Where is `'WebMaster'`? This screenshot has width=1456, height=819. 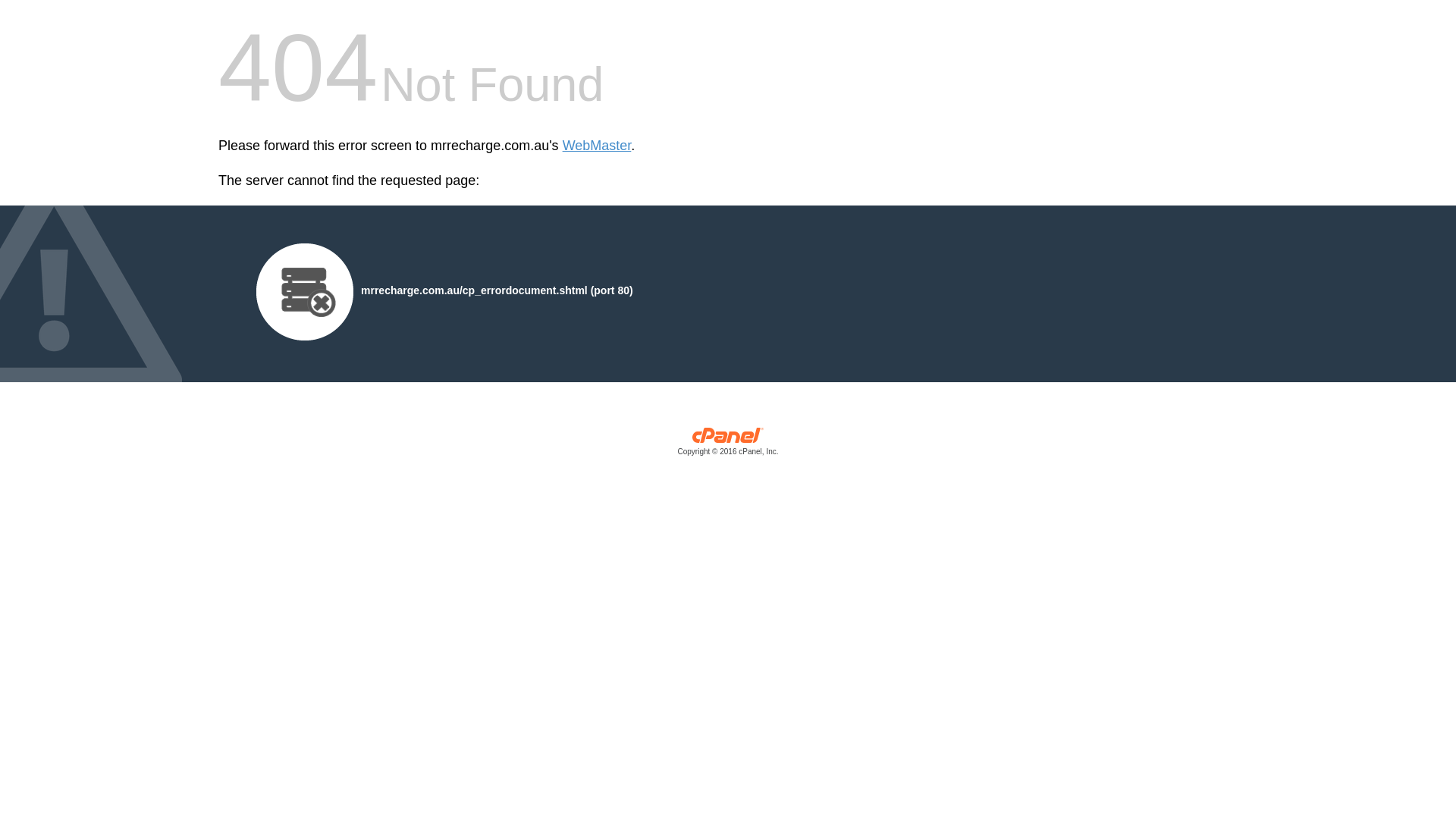 'WebMaster' is located at coordinates (596, 146).